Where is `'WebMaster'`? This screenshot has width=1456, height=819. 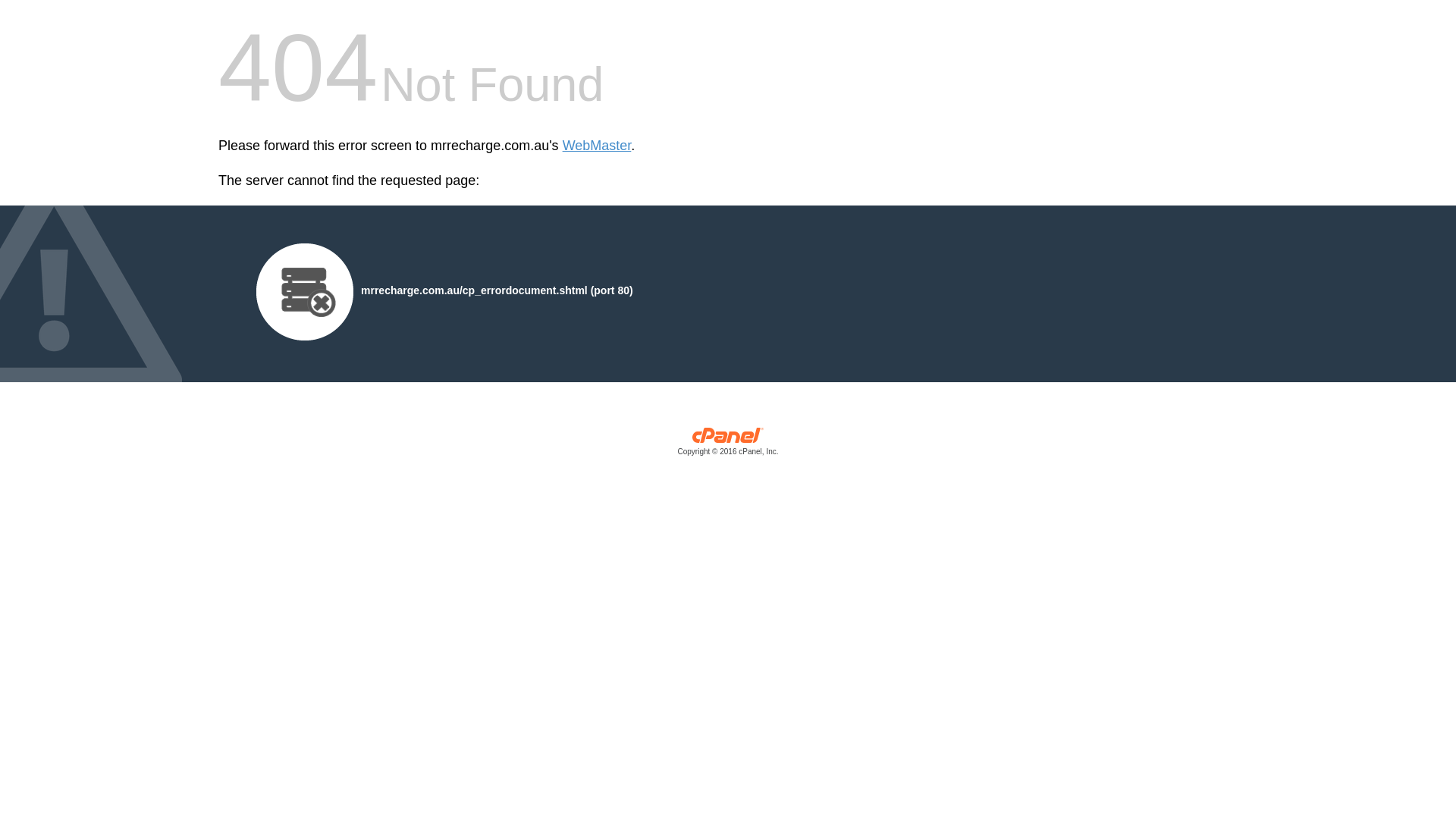 'WebMaster' is located at coordinates (596, 146).